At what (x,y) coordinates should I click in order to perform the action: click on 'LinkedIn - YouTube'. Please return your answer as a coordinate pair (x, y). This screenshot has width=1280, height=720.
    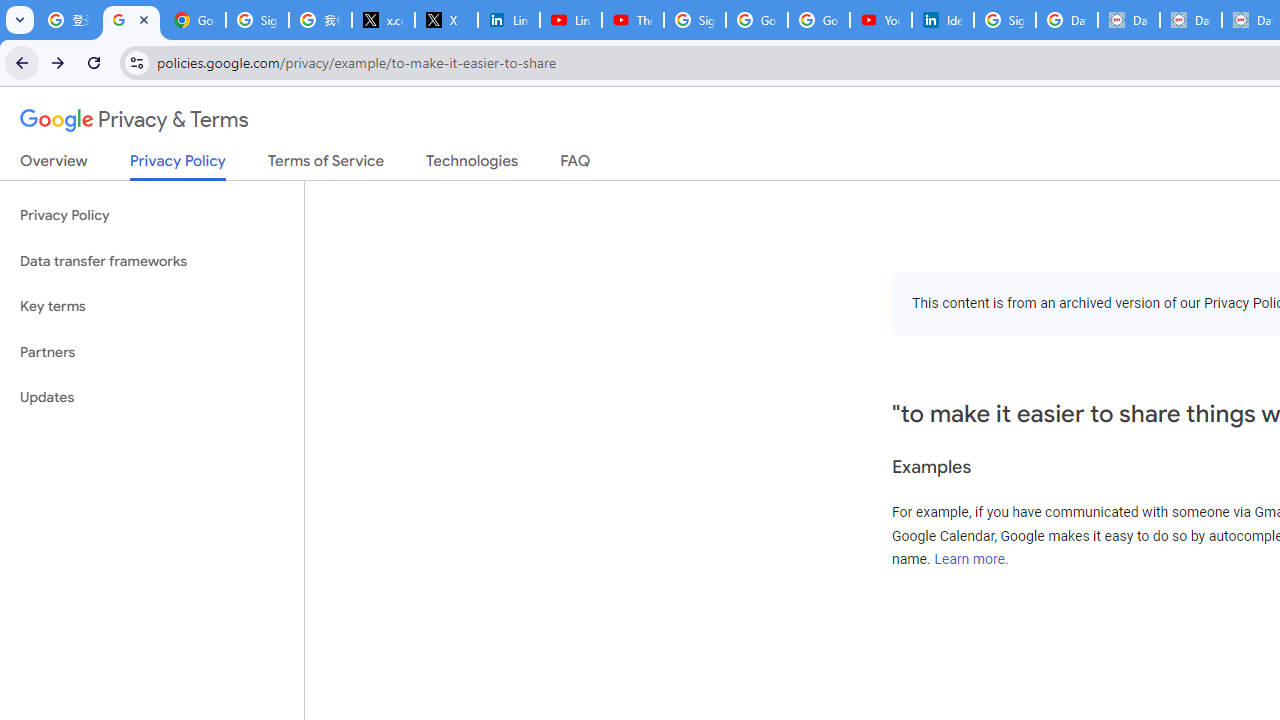
    Looking at the image, I should click on (569, 20).